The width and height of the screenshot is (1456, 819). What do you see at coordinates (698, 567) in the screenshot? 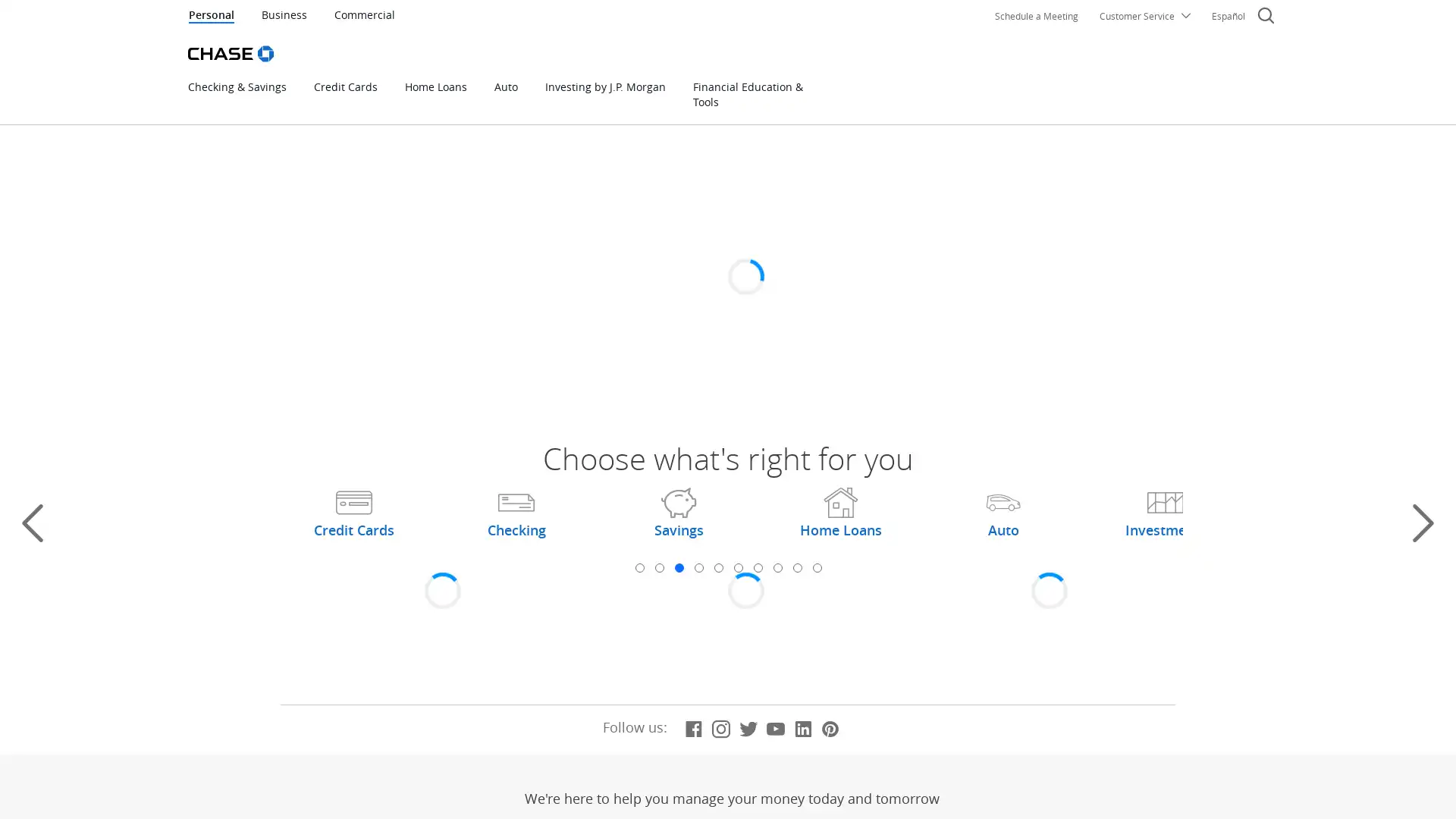
I see `Slide 4 of 10` at bounding box center [698, 567].